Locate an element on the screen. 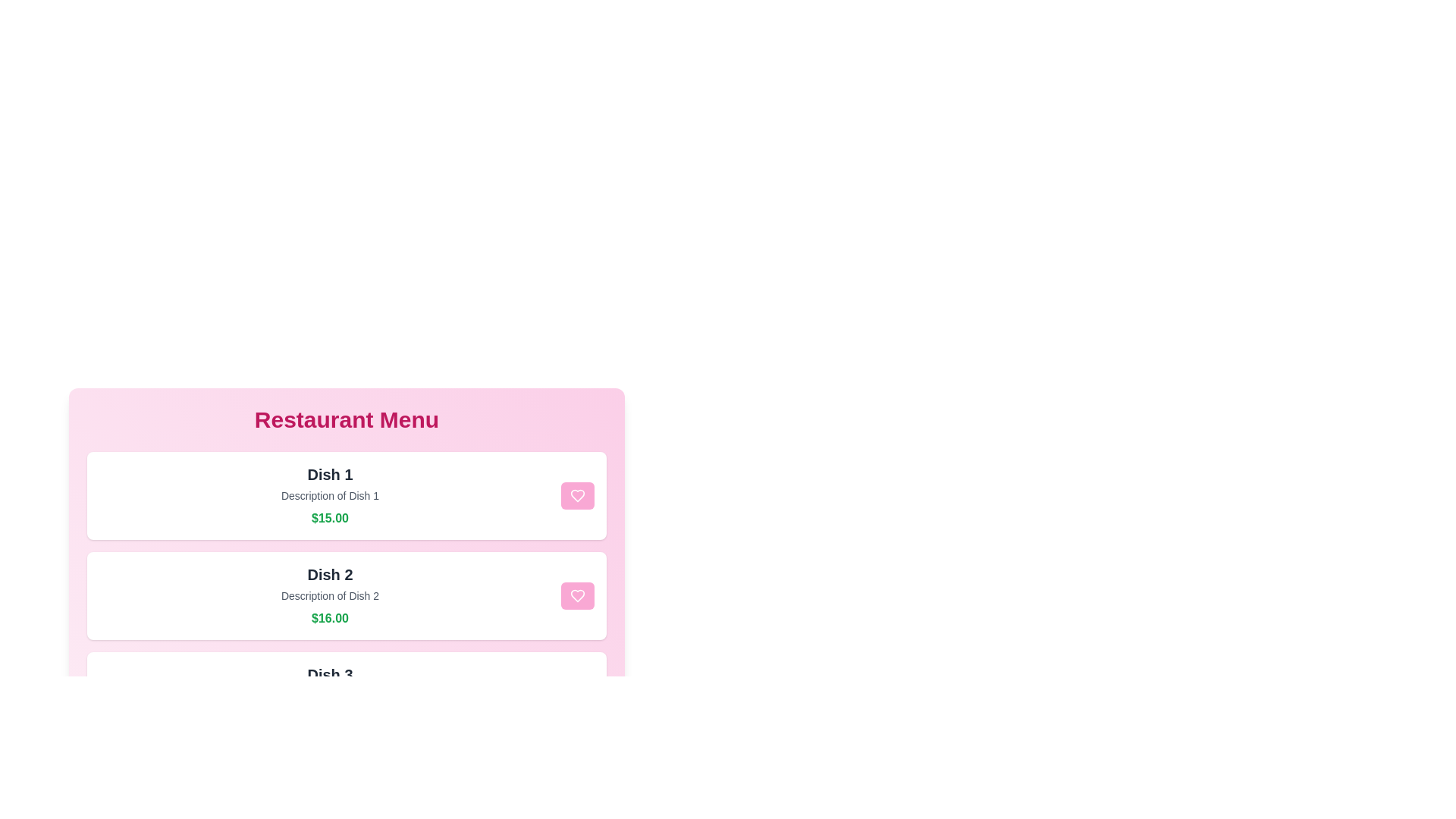 The height and width of the screenshot is (819, 1456). title text label of the dish card located at the top of the card, above the description and price is located at coordinates (329, 473).